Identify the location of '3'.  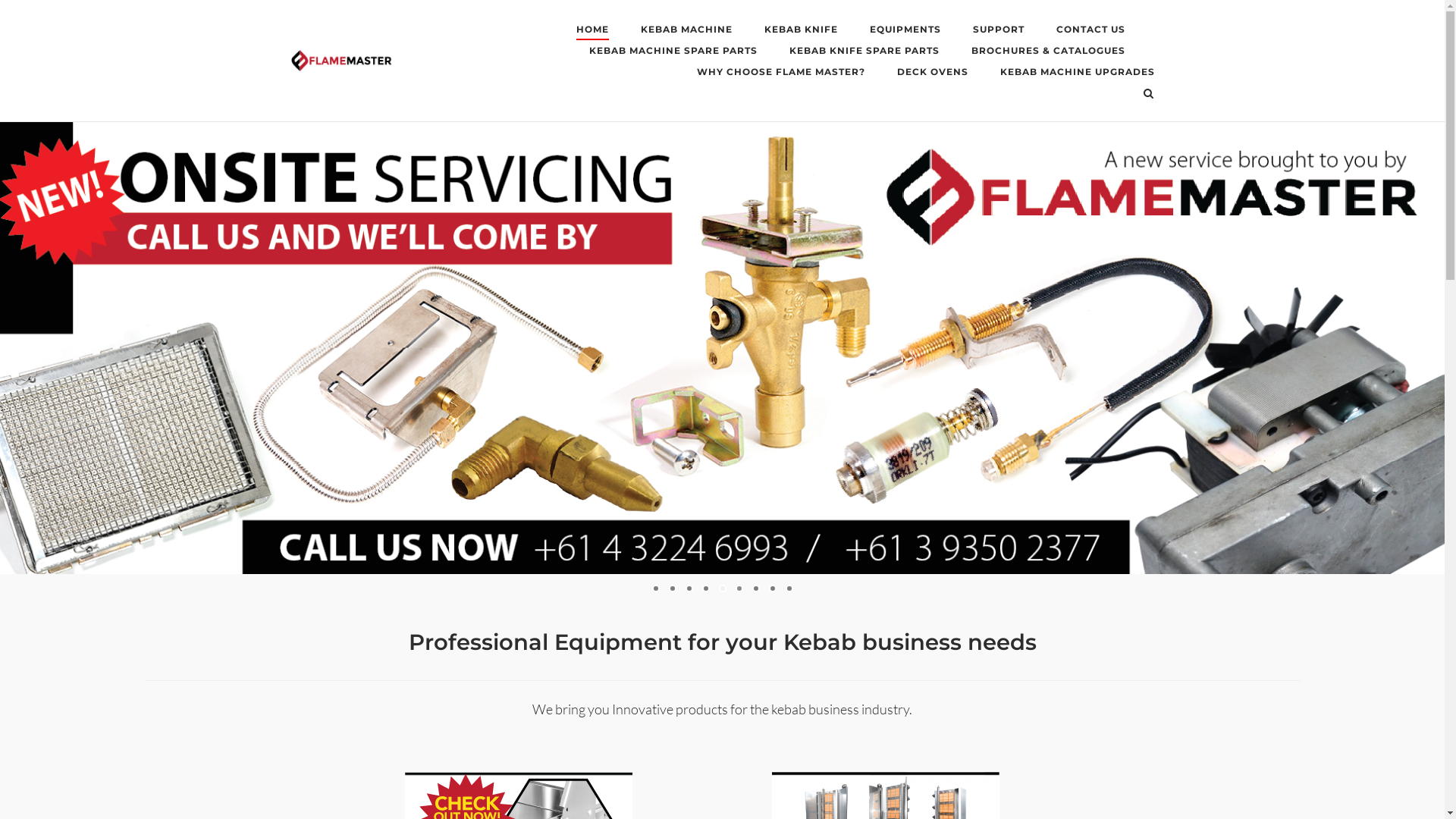
(688, 587).